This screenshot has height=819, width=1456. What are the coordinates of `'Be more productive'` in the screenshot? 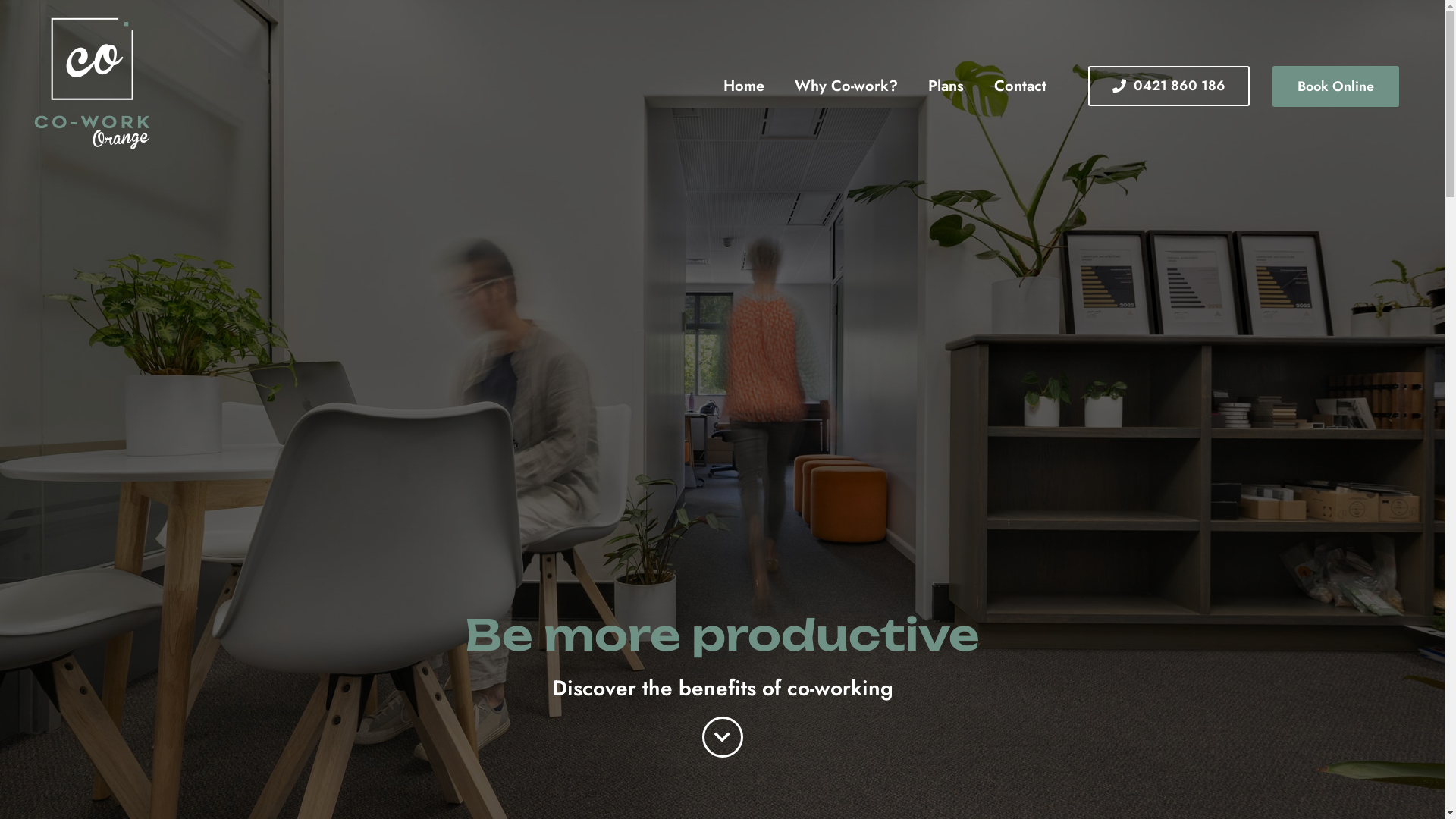 It's located at (721, 635).